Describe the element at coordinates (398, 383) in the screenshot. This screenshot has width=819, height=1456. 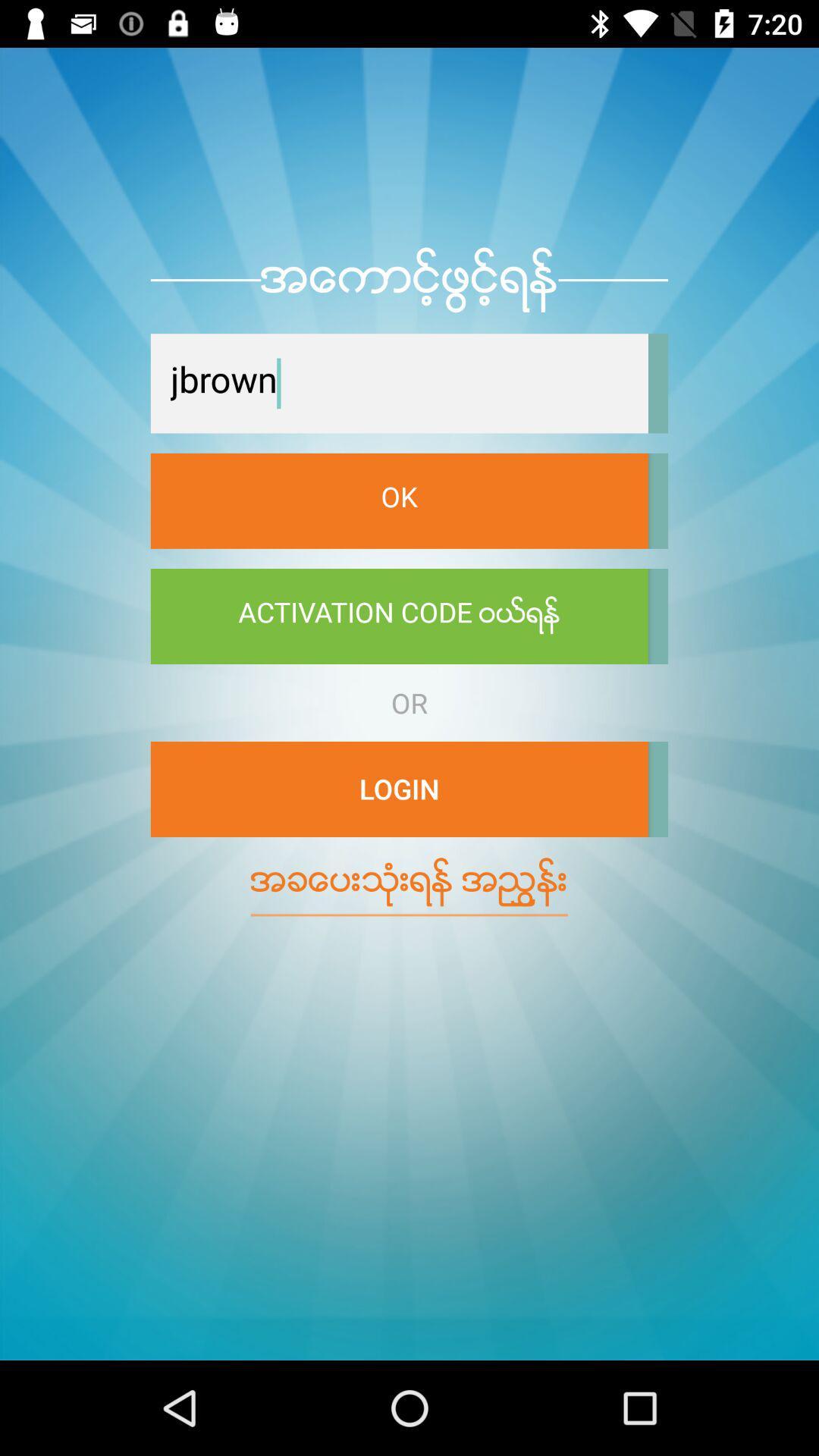
I see `jbrown item` at that location.